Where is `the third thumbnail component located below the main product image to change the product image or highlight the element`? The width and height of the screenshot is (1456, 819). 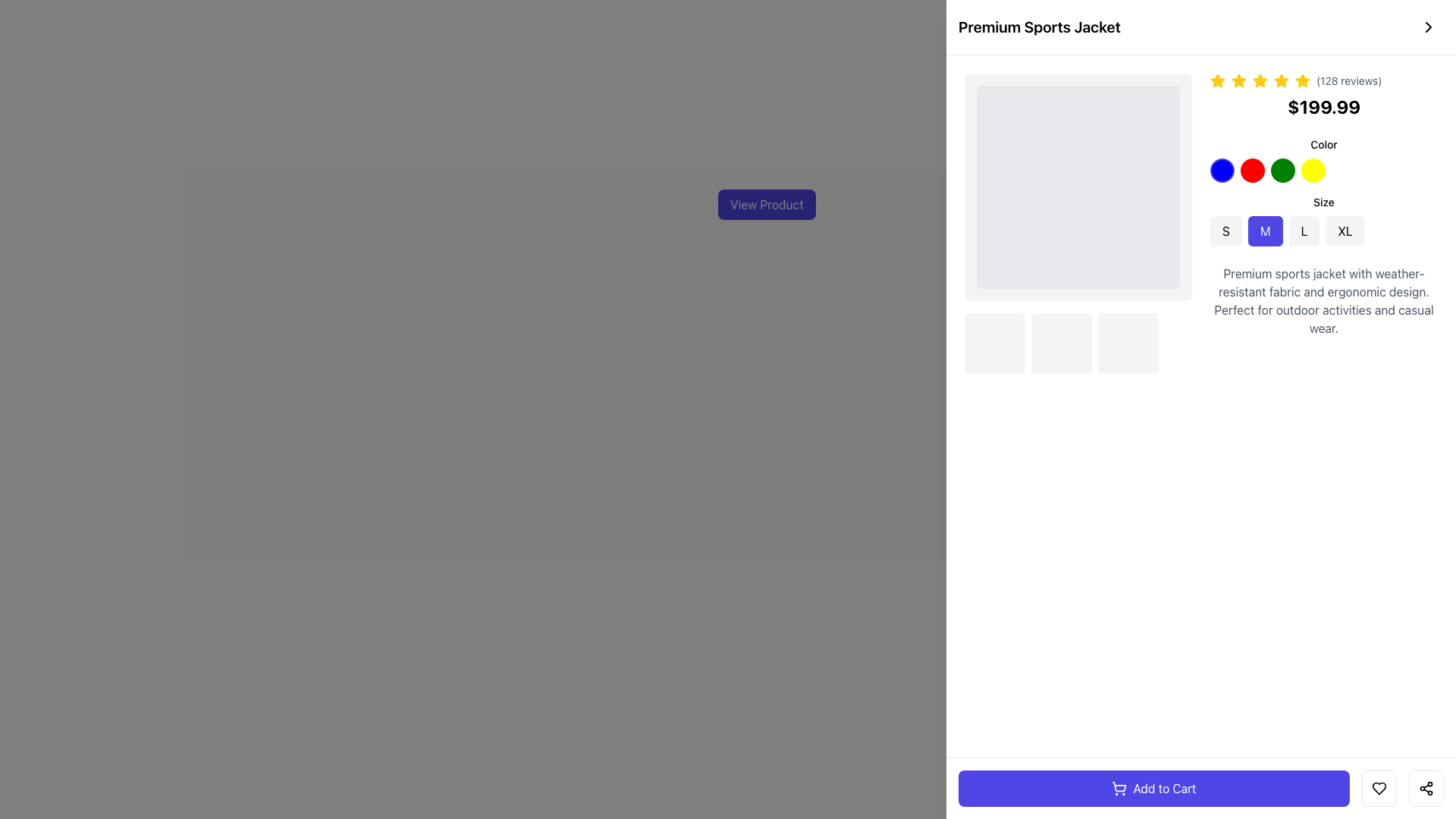
the third thumbnail component located below the main product image to change the product image or highlight the element is located at coordinates (1128, 343).